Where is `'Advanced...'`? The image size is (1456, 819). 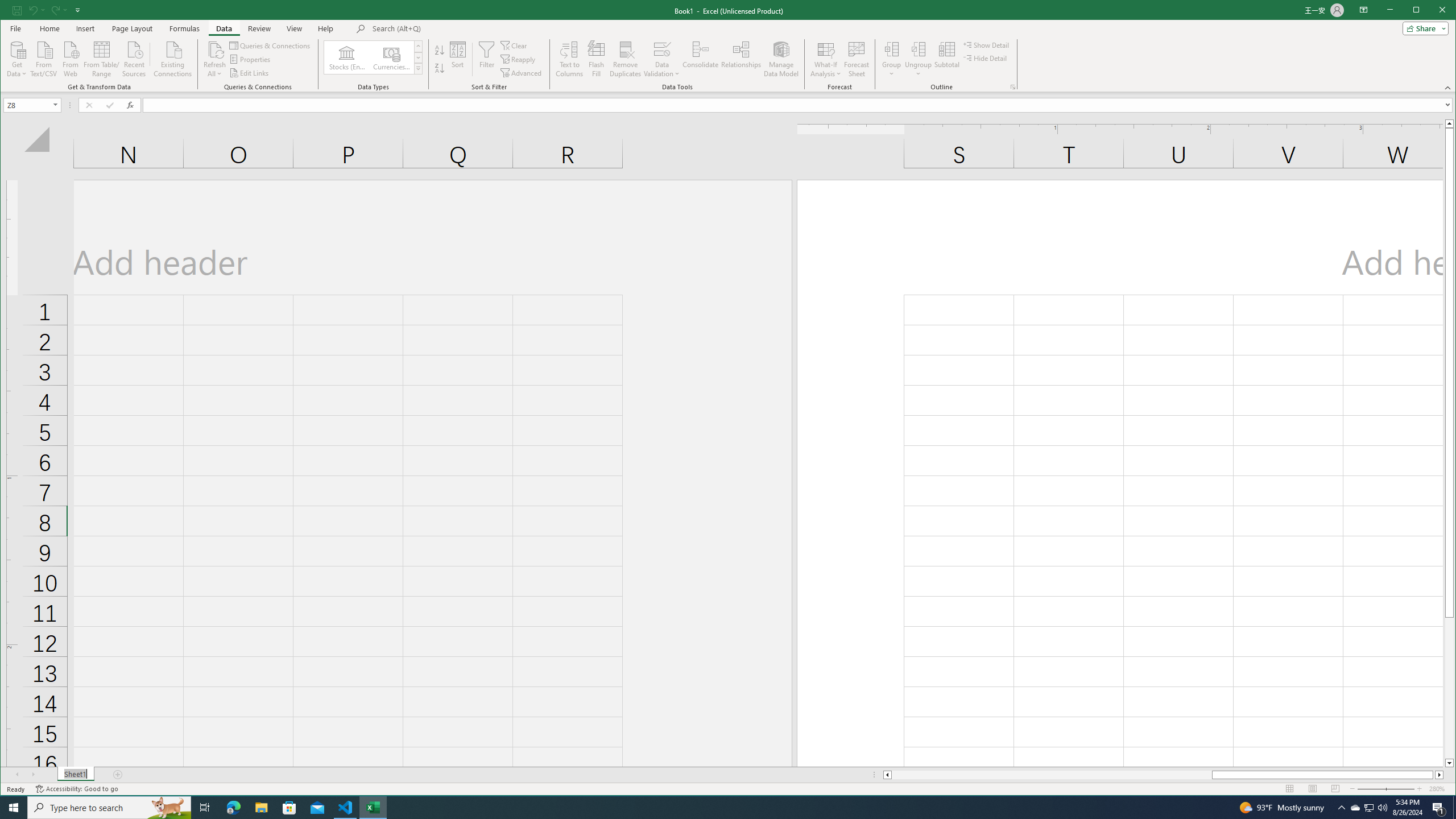
'Advanced...' is located at coordinates (522, 72).